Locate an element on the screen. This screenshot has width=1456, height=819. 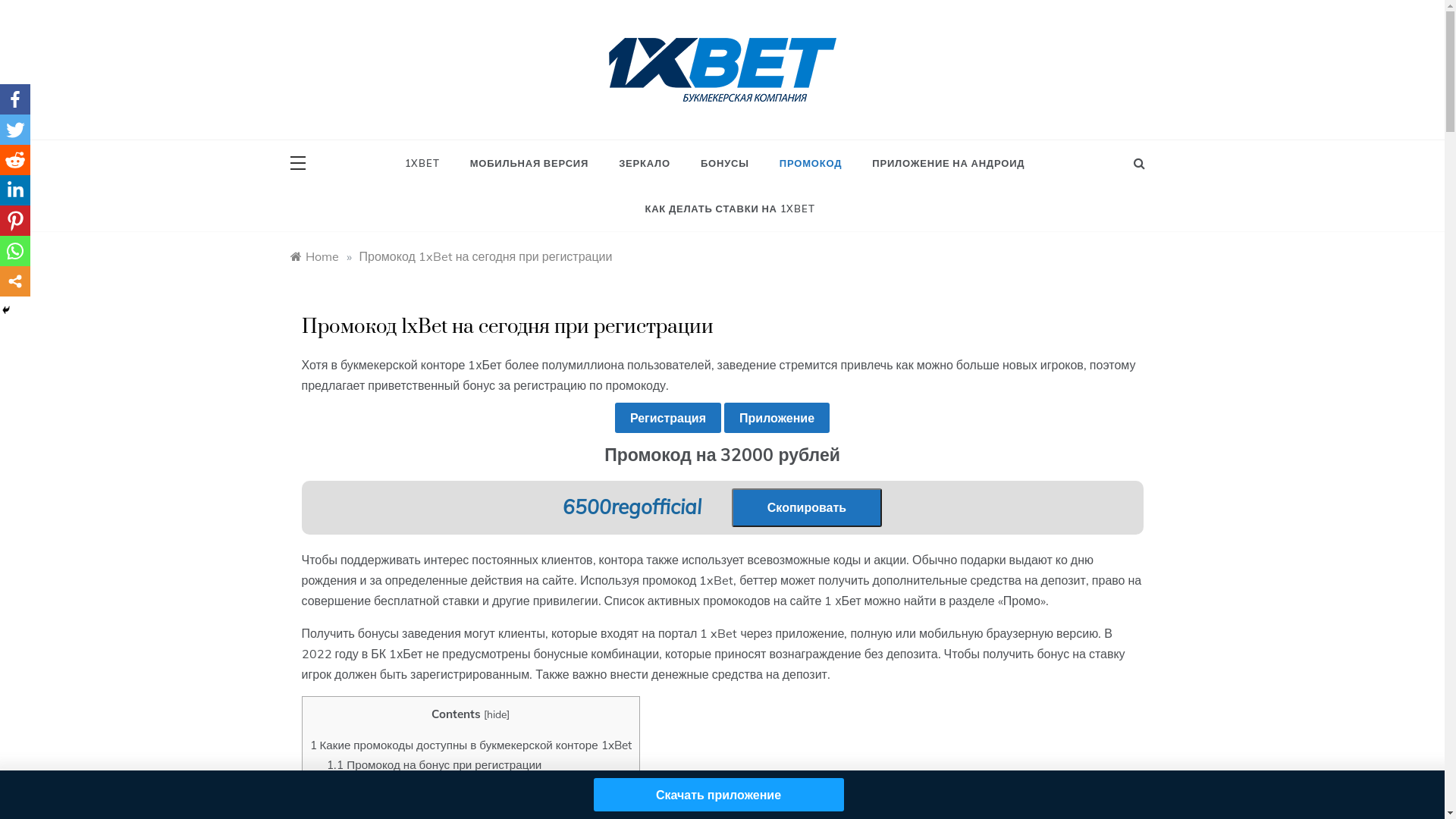
'Twitter' is located at coordinates (14, 128).